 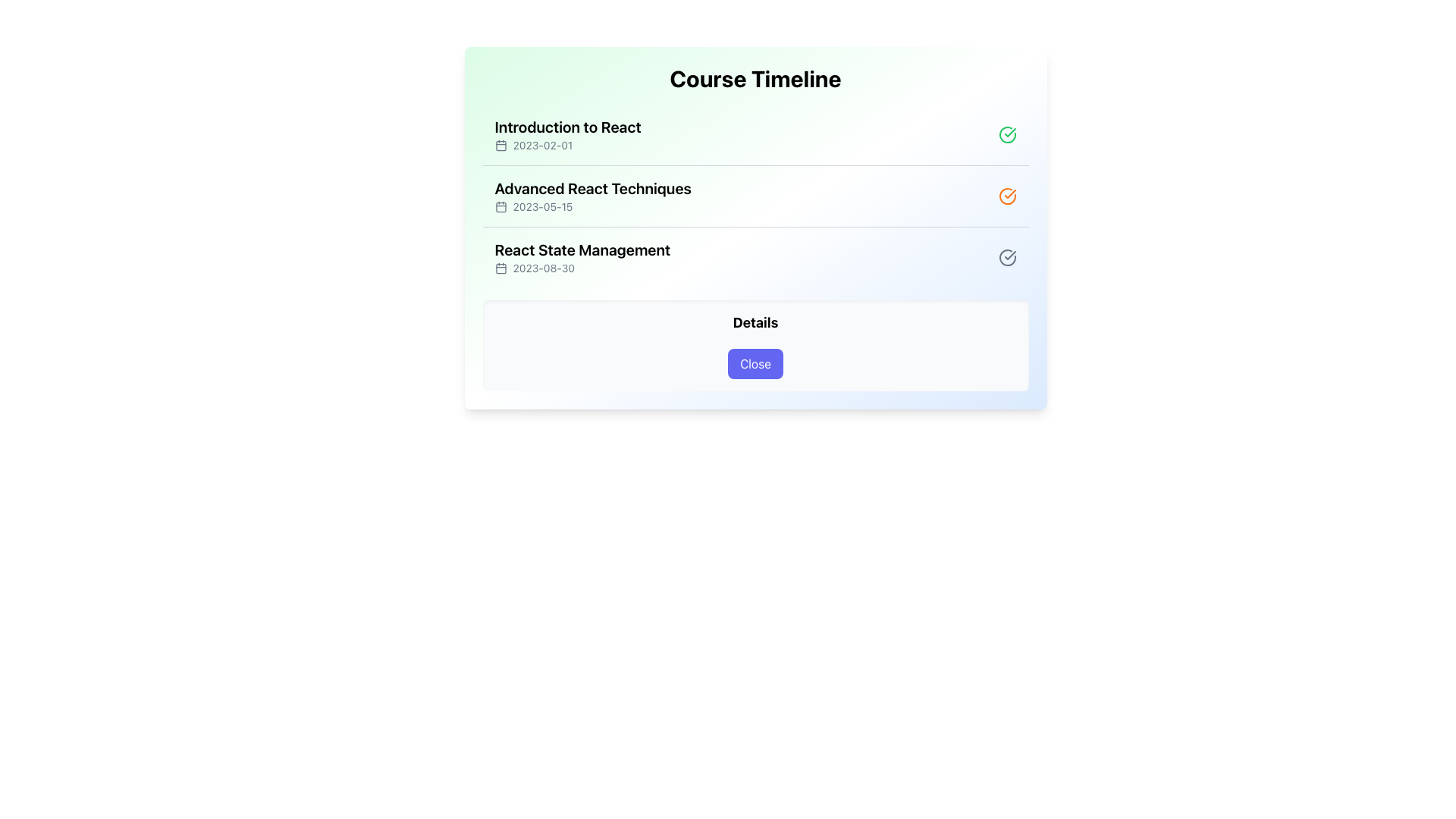 I want to click on the text label that serves as the title of the educational module located on the third row of the timeline, above the date '2023-08-30' and to the right of the calendar icon, so click(x=582, y=249).